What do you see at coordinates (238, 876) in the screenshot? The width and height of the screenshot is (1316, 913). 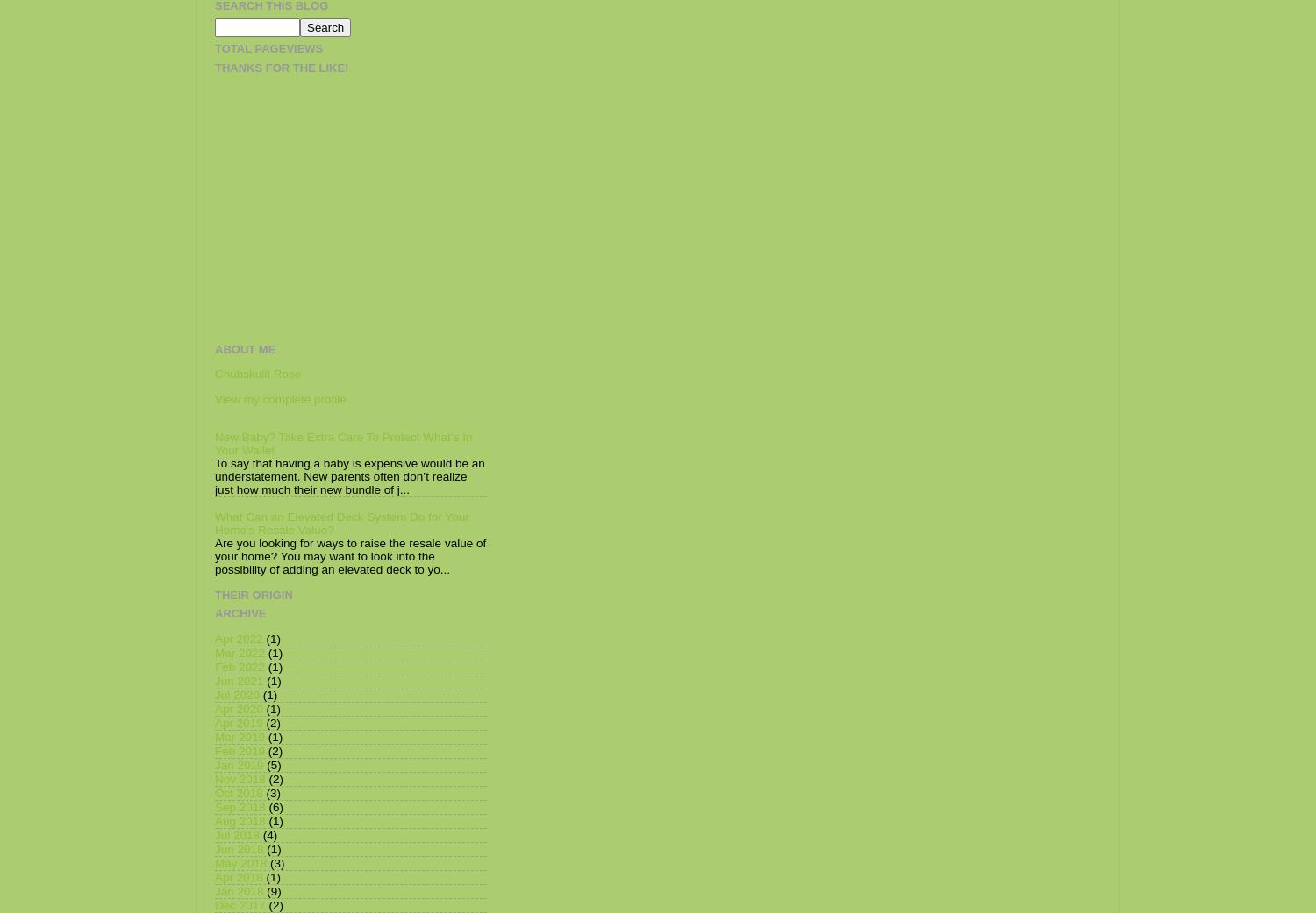 I see `'Apr 2018'` at bounding box center [238, 876].